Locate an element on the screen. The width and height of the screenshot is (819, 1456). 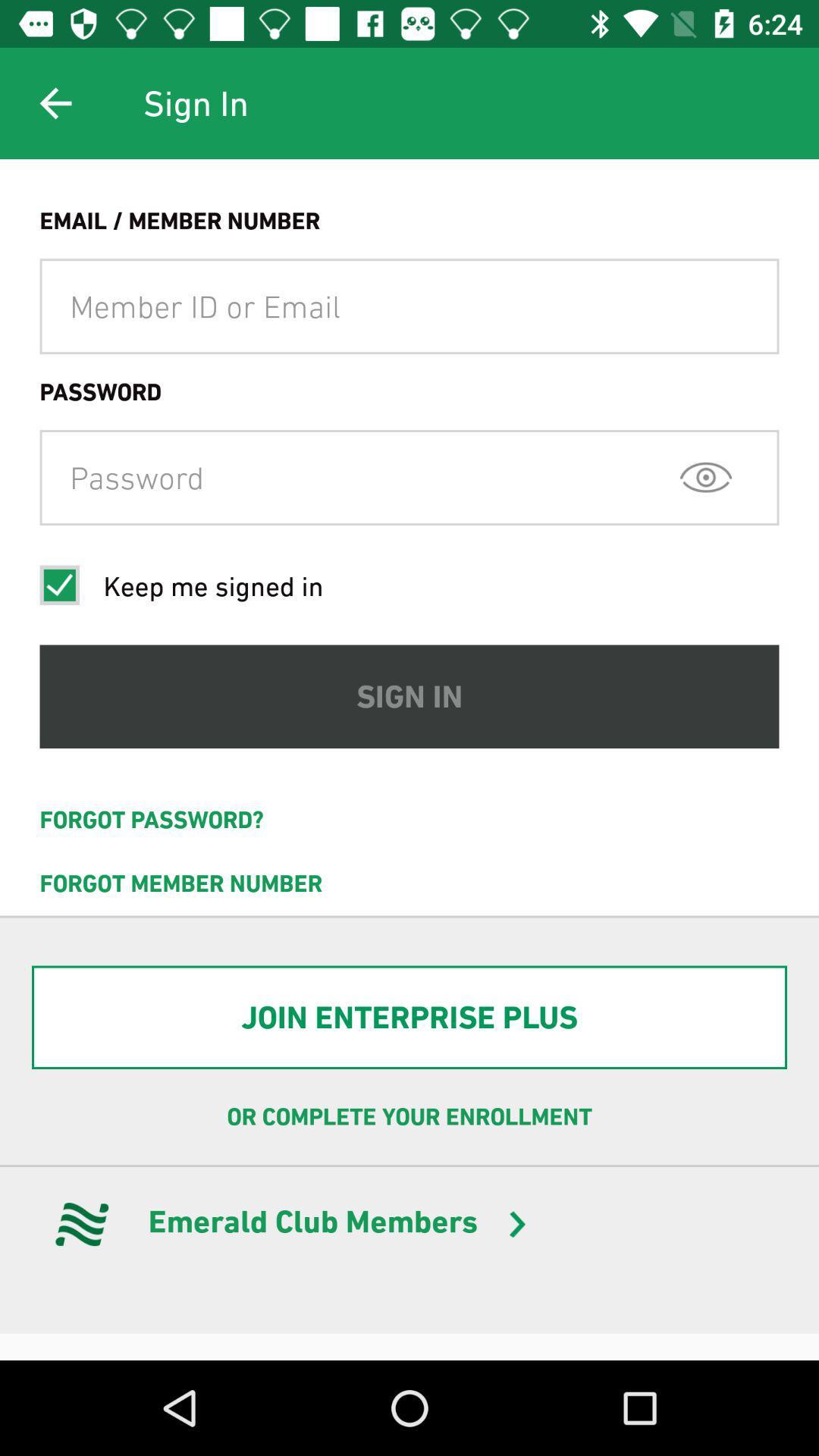
the forgot password? is located at coordinates (409, 819).